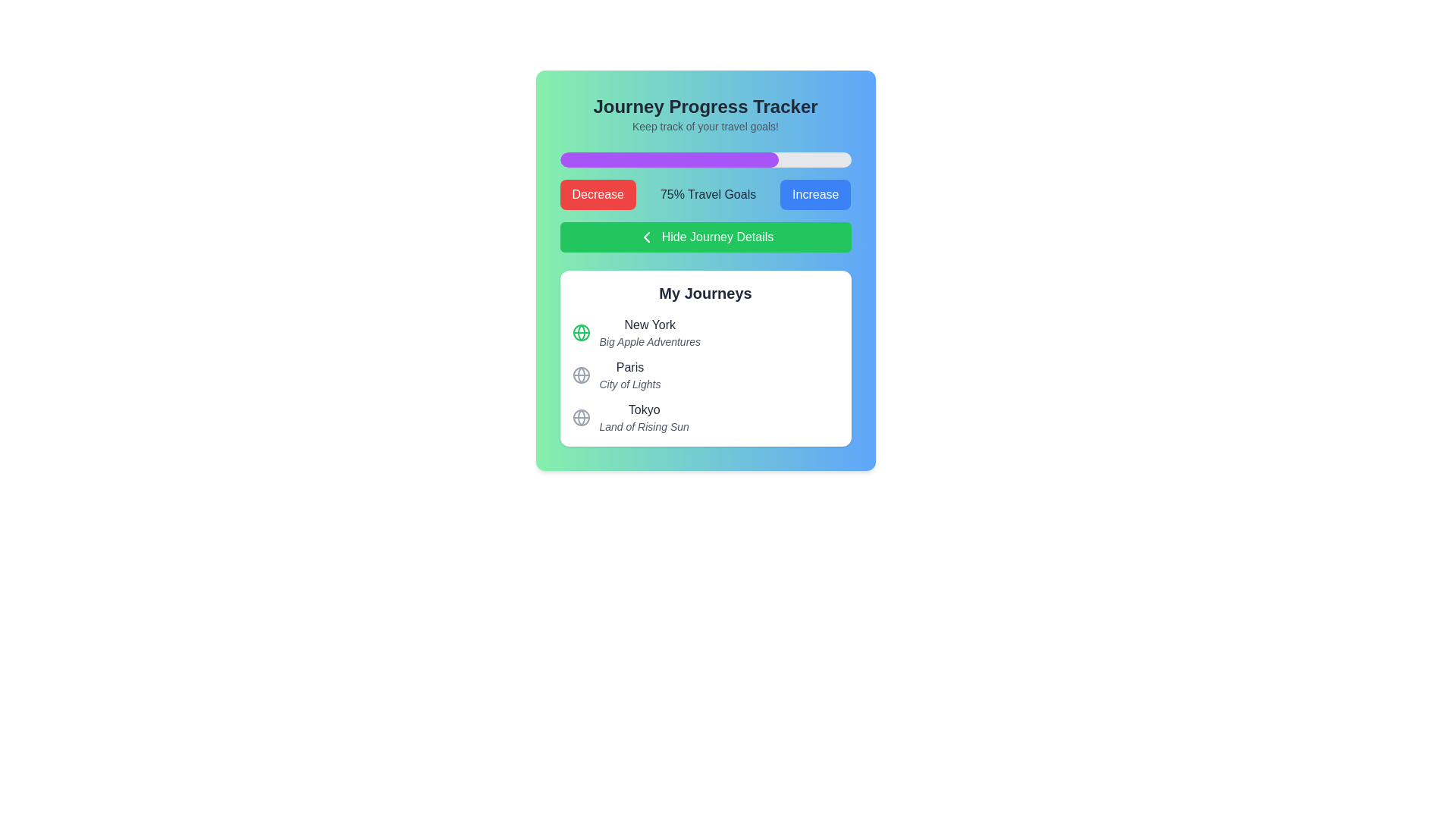 This screenshot has height=819, width=1456. What do you see at coordinates (580, 332) in the screenshot?
I see `the green circular globe icon located in the 'My Journeys' section, which is positioned to the left of the label 'New York - Big Apple Adventures'` at bounding box center [580, 332].